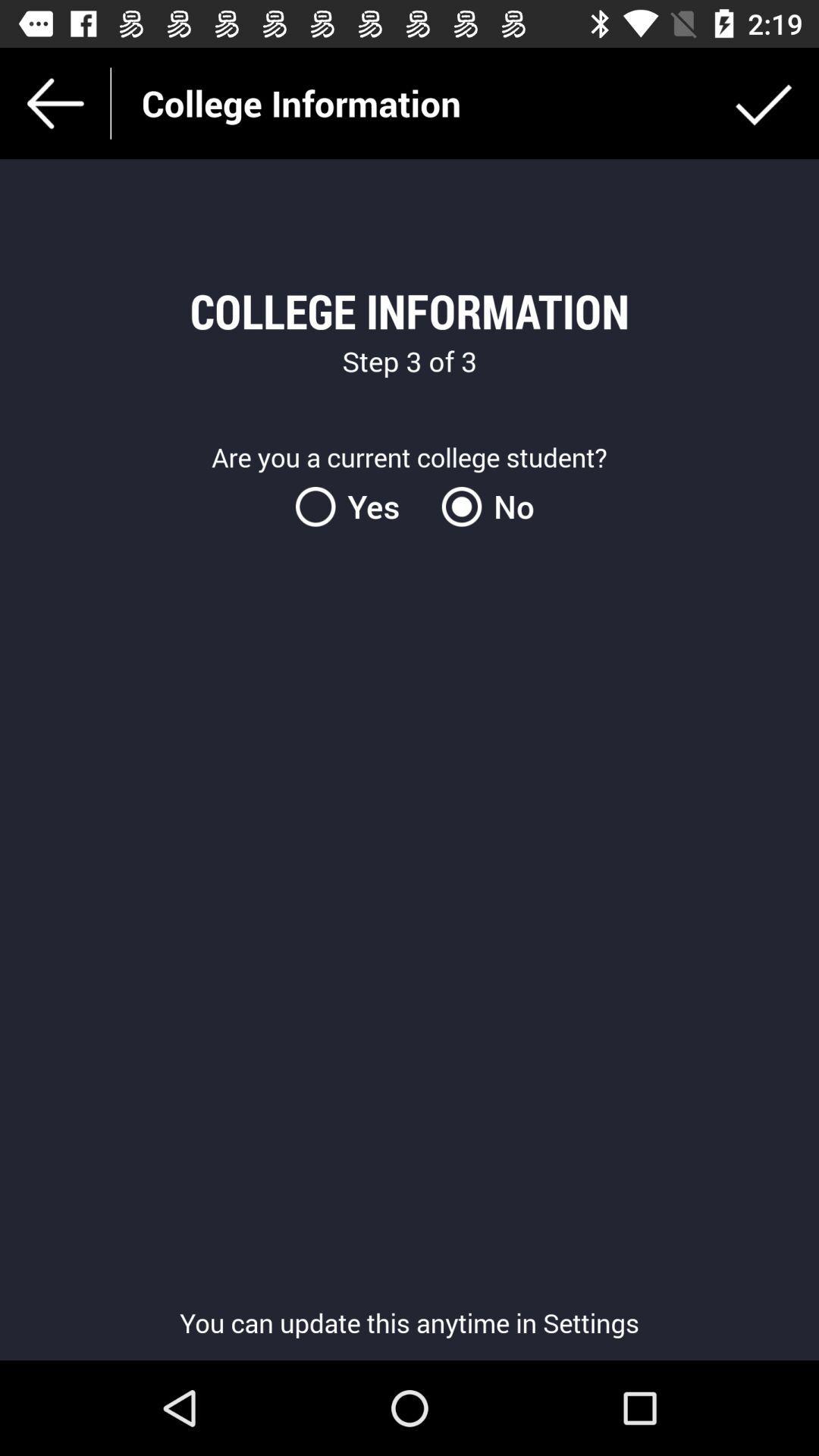 The height and width of the screenshot is (1456, 819). Describe the element at coordinates (482, 507) in the screenshot. I see `the item next to the yes` at that location.